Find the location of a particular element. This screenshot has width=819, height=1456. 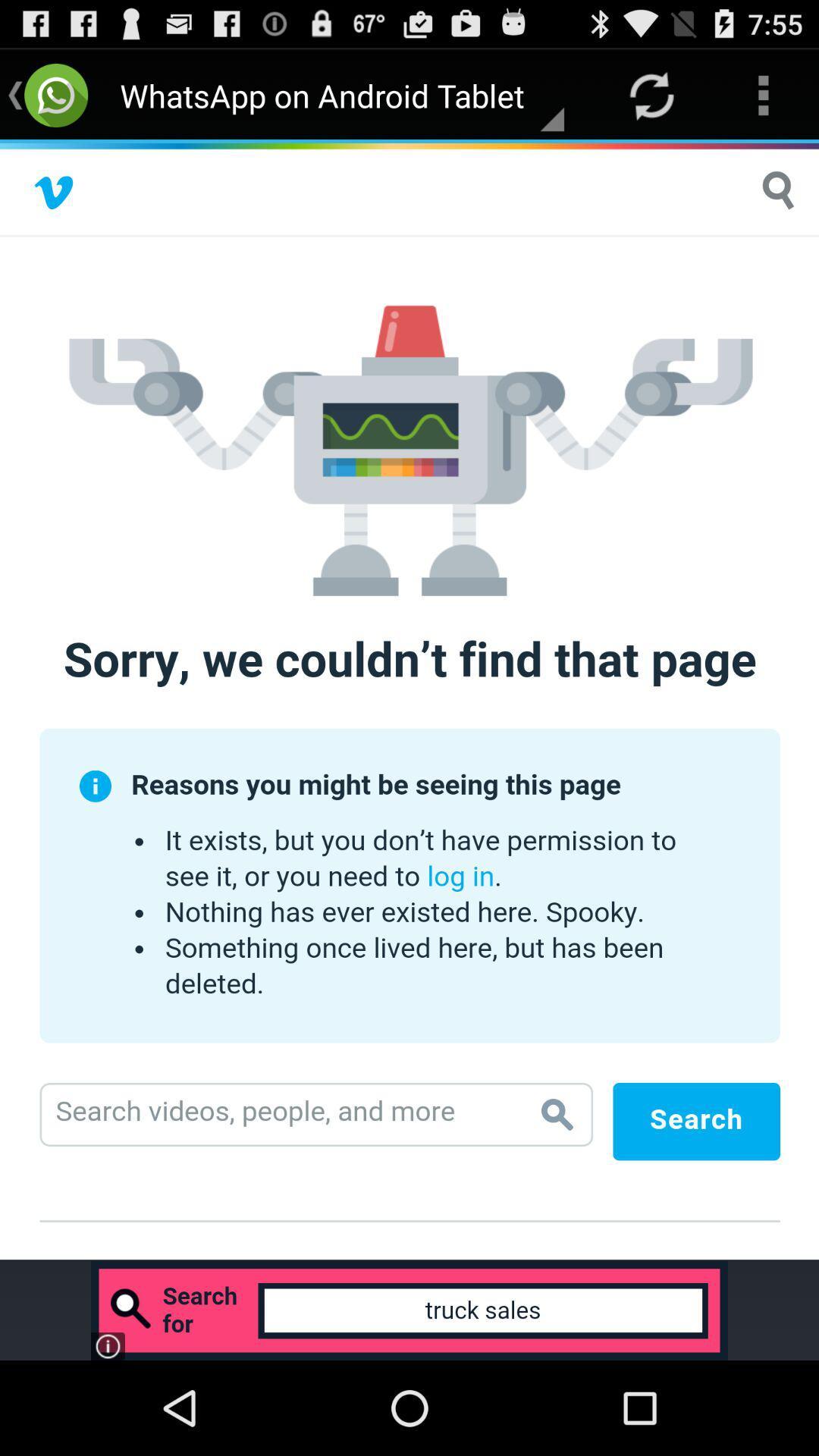

visit sponsor advertisement is located at coordinates (409, 1310).